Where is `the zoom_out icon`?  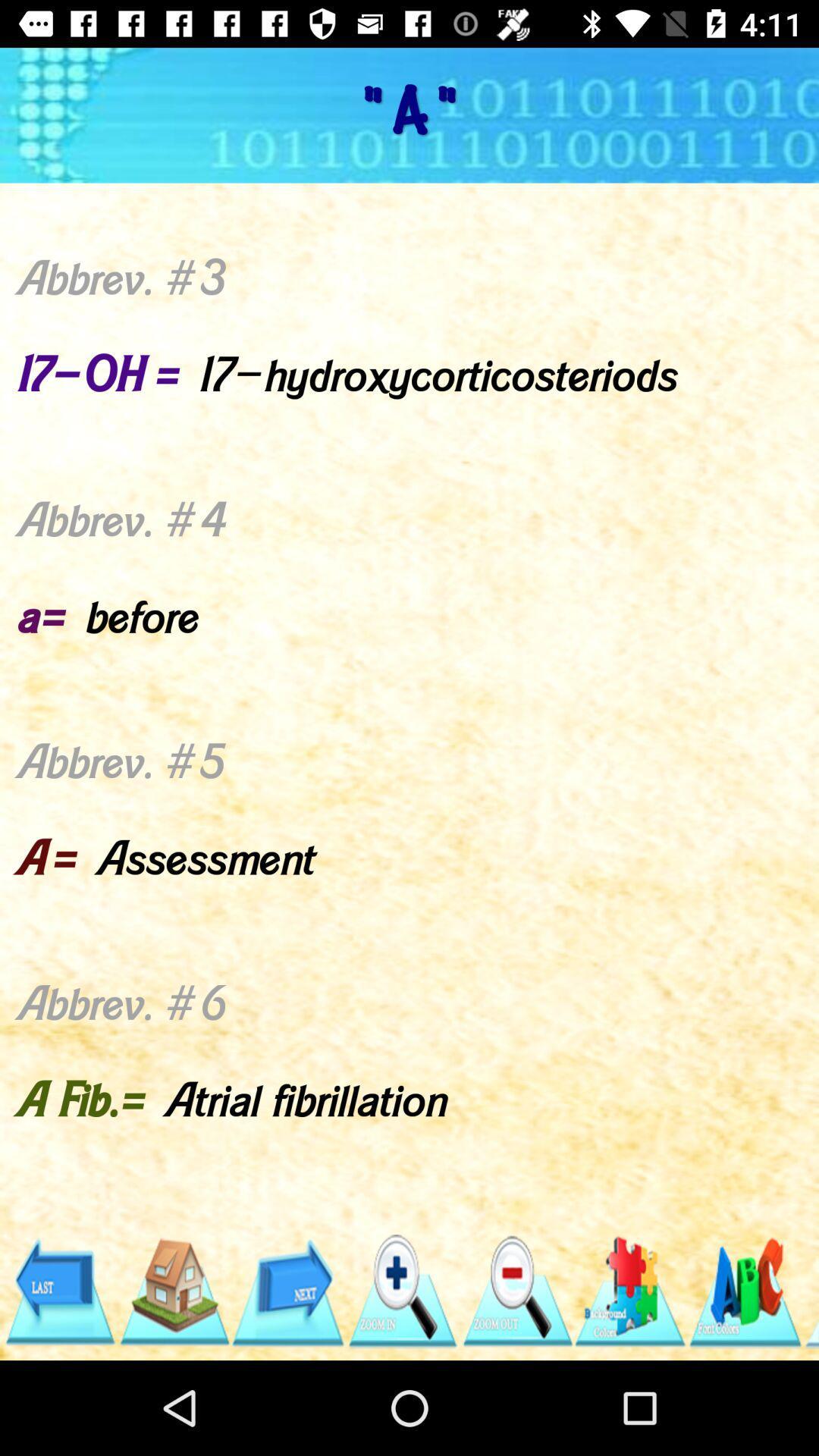
the zoom_out icon is located at coordinates (516, 1291).